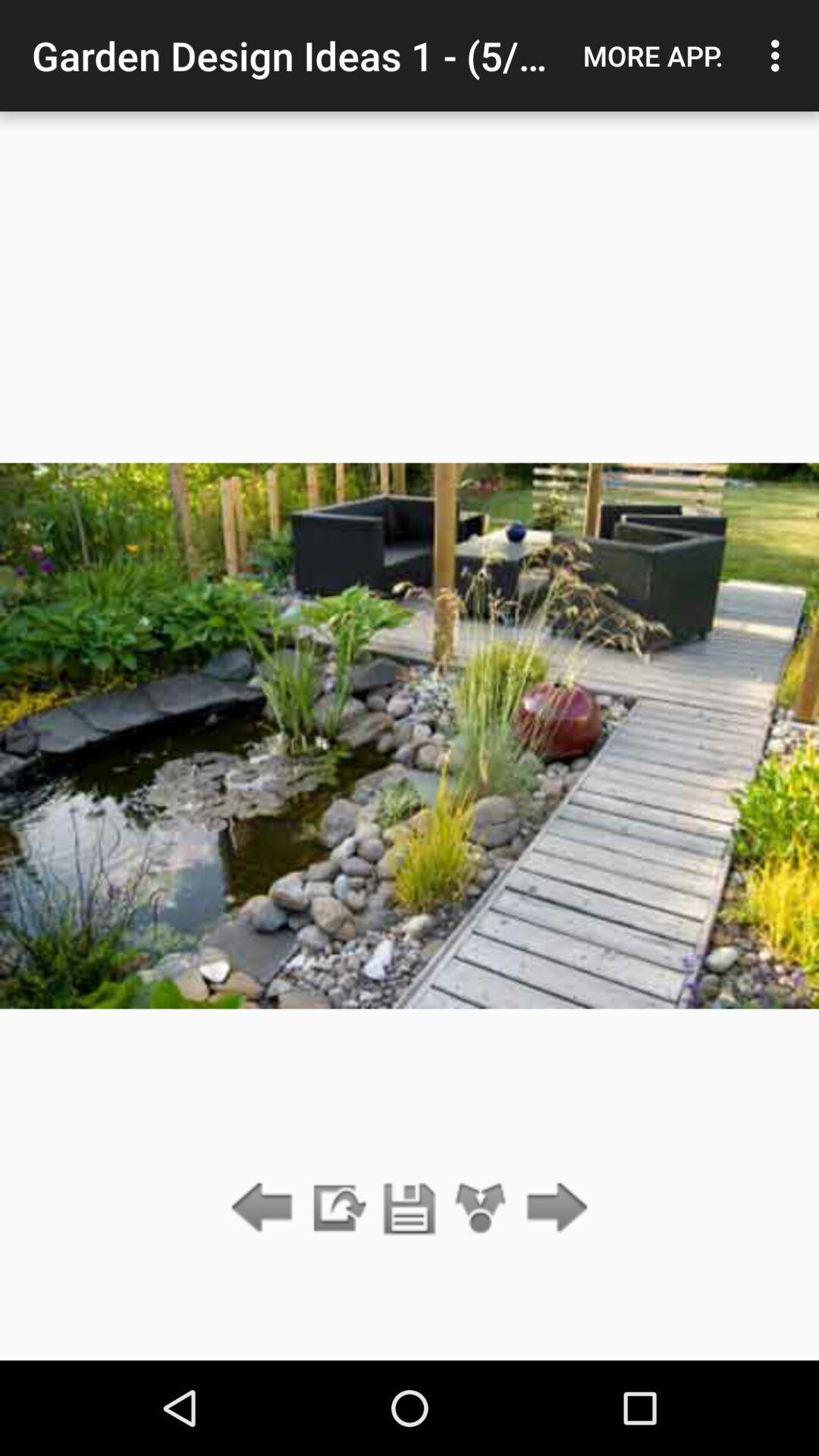 The height and width of the screenshot is (1456, 819). Describe the element at coordinates (553, 1208) in the screenshot. I see `the arrow_forward icon` at that location.